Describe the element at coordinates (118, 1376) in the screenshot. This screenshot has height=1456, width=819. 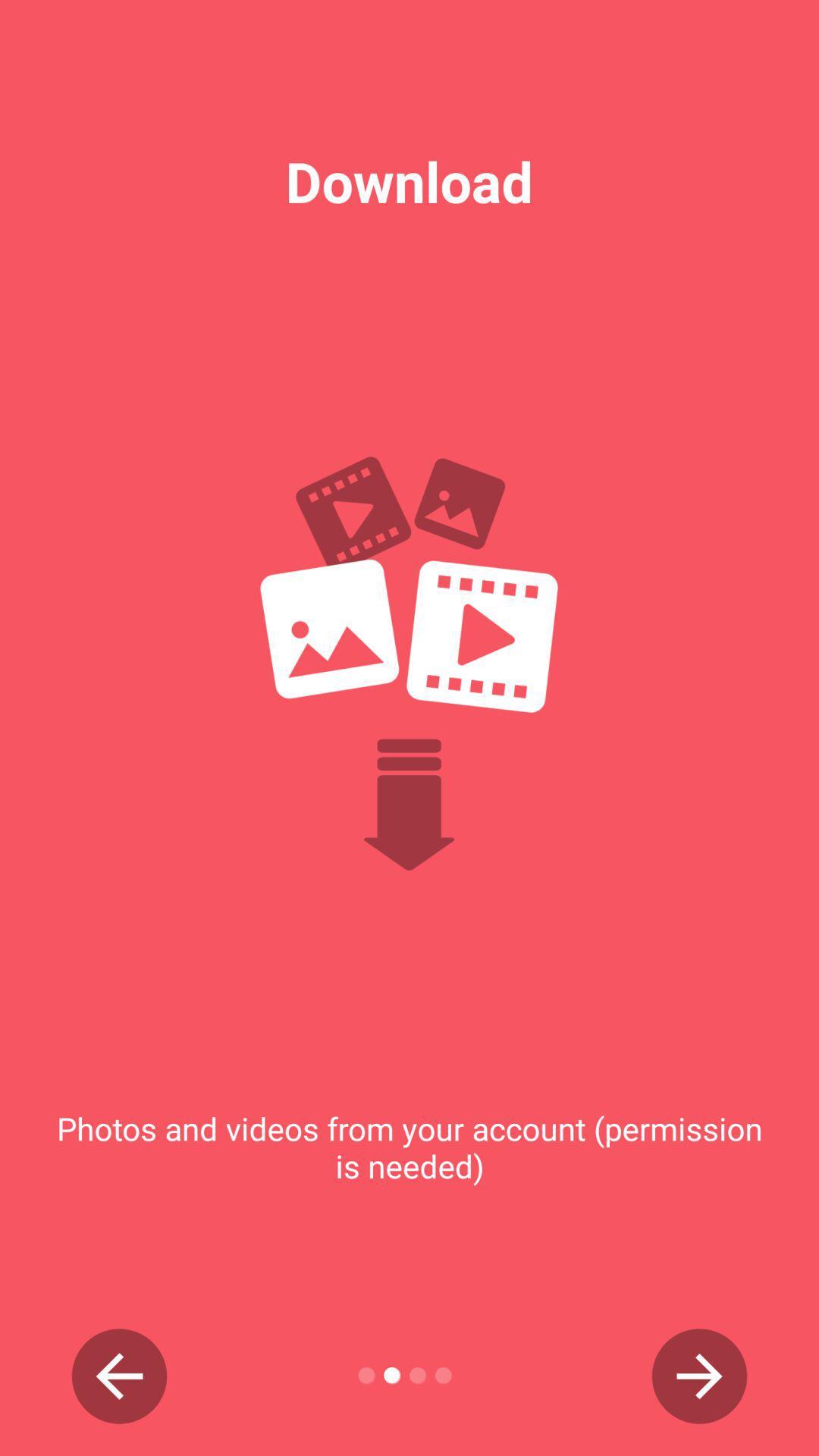
I see `item below the photos and videos item` at that location.